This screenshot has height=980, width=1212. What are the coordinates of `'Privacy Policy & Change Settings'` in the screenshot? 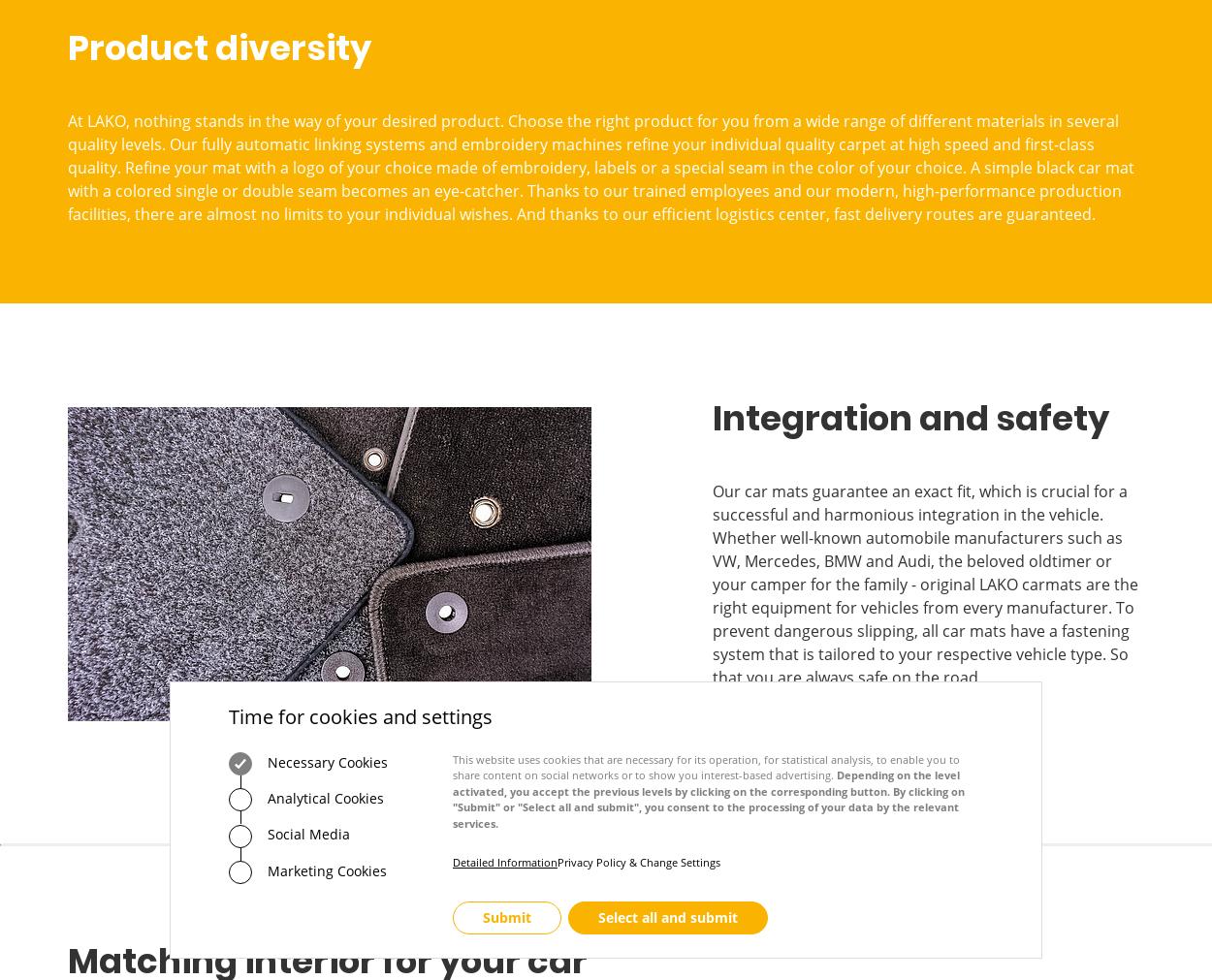 It's located at (557, 862).